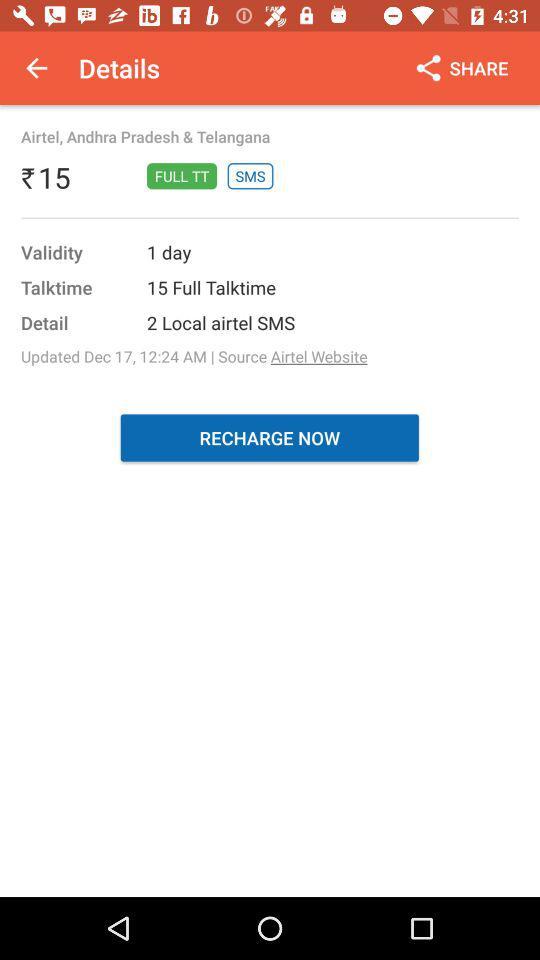 Image resolution: width=540 pixels, height=960 pixels. Describe the element at coordinates (460, 68) in the screenshot. I see `the share icon` at that location.